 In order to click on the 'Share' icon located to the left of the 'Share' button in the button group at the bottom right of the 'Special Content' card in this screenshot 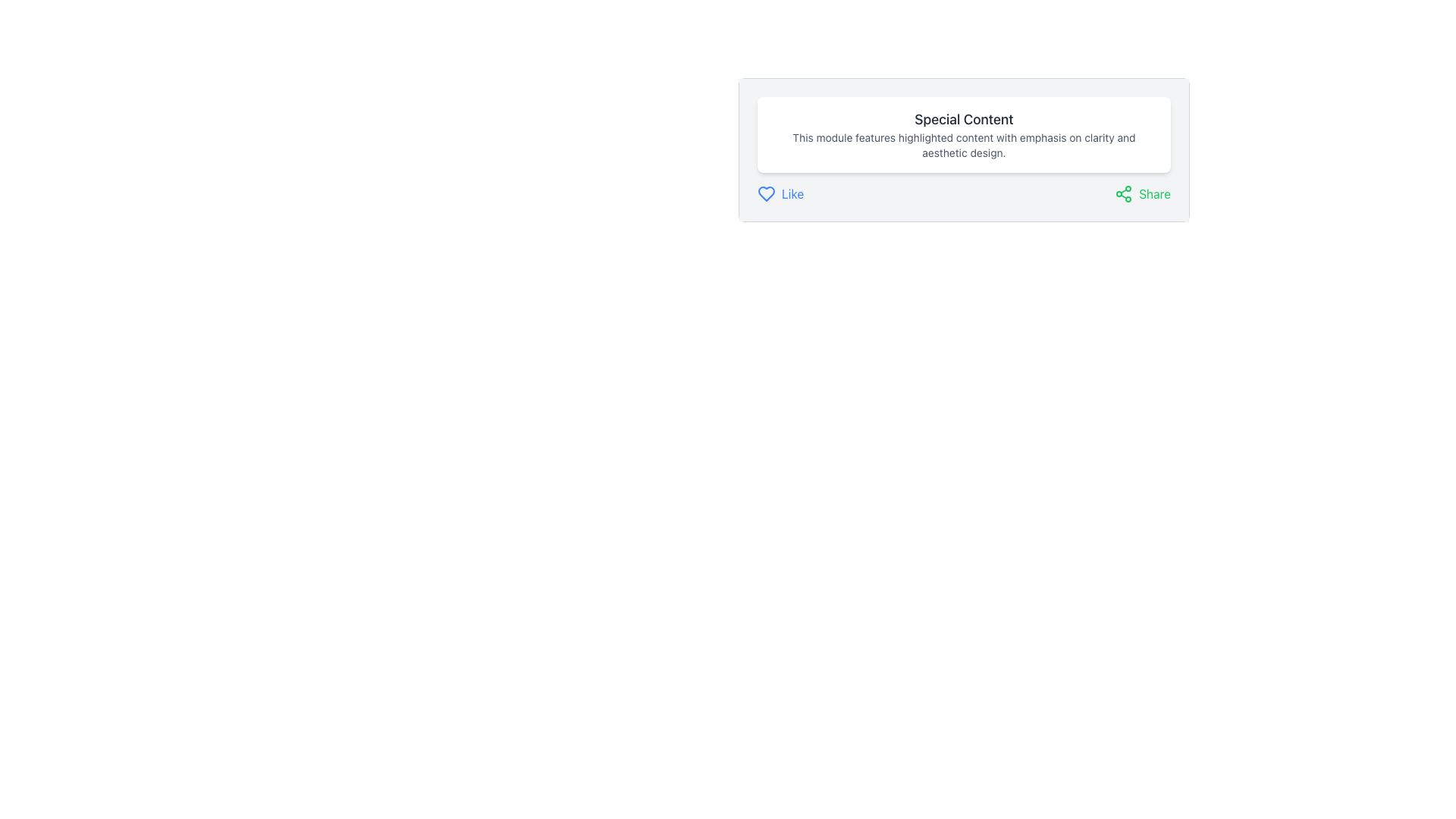, I will do `click(1124, 193)`.